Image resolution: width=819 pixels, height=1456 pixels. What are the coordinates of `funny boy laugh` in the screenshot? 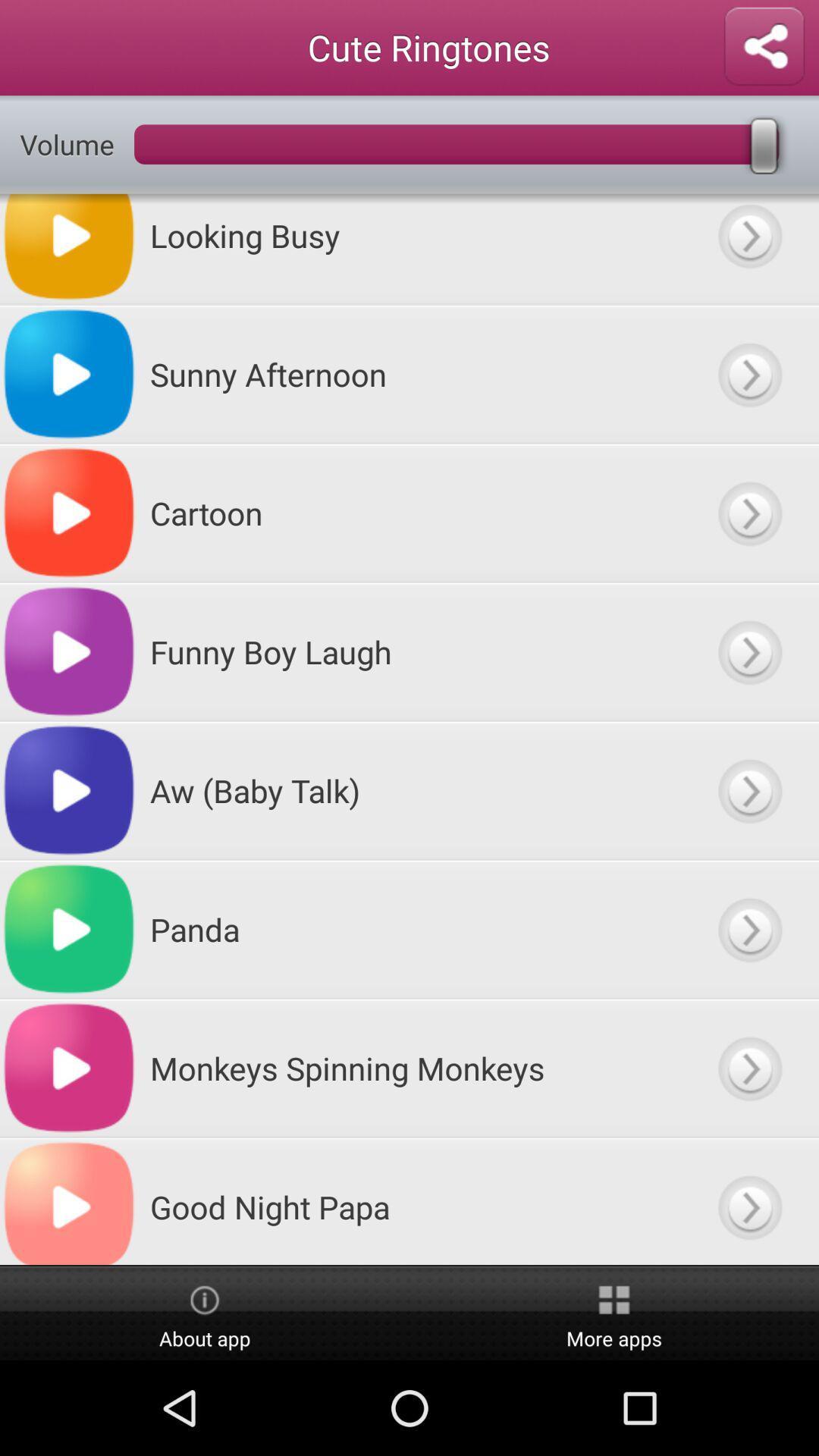 It's located at (748, 651).